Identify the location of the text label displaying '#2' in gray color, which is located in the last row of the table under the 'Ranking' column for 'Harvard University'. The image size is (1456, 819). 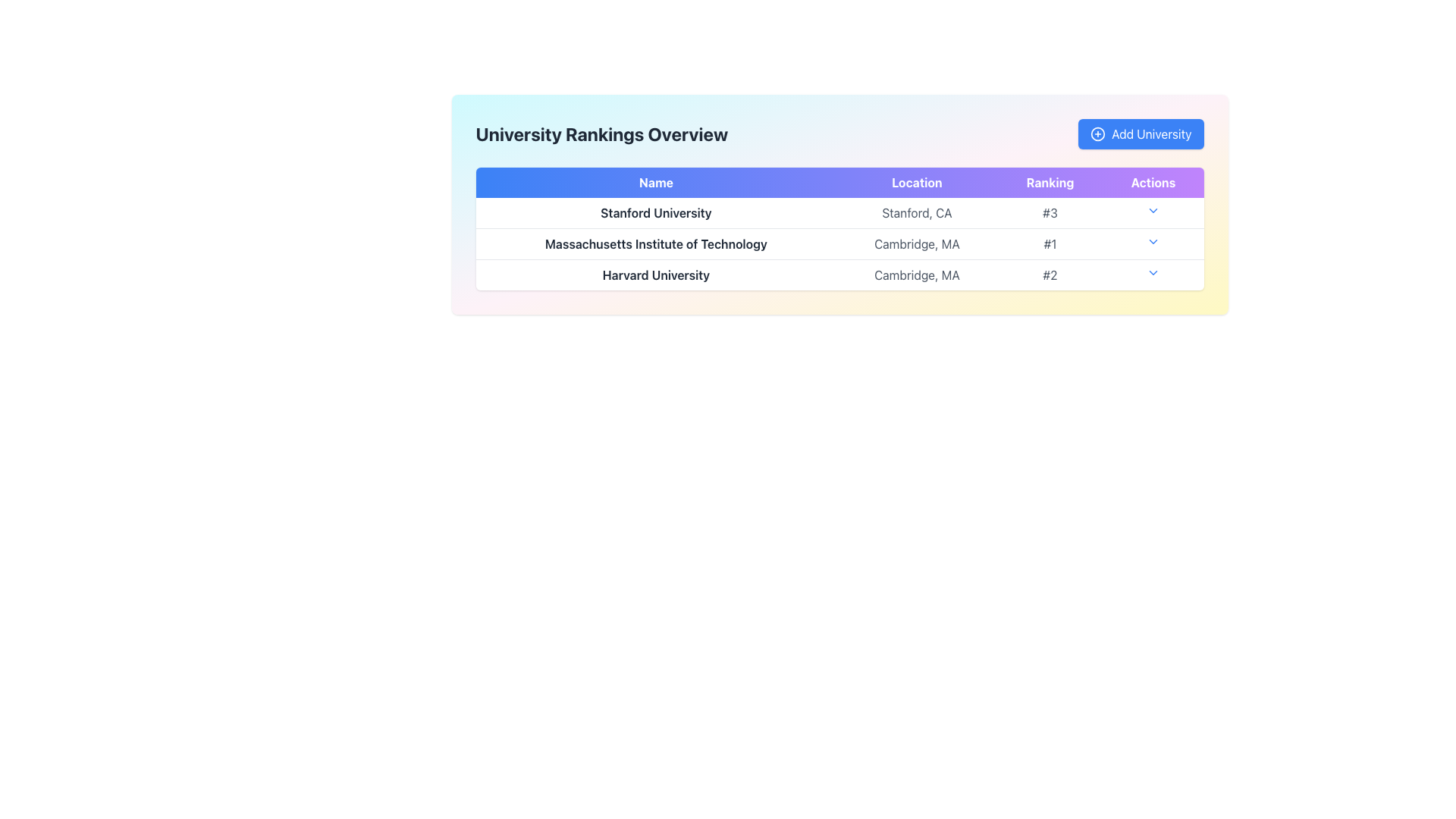
(1050, 275).